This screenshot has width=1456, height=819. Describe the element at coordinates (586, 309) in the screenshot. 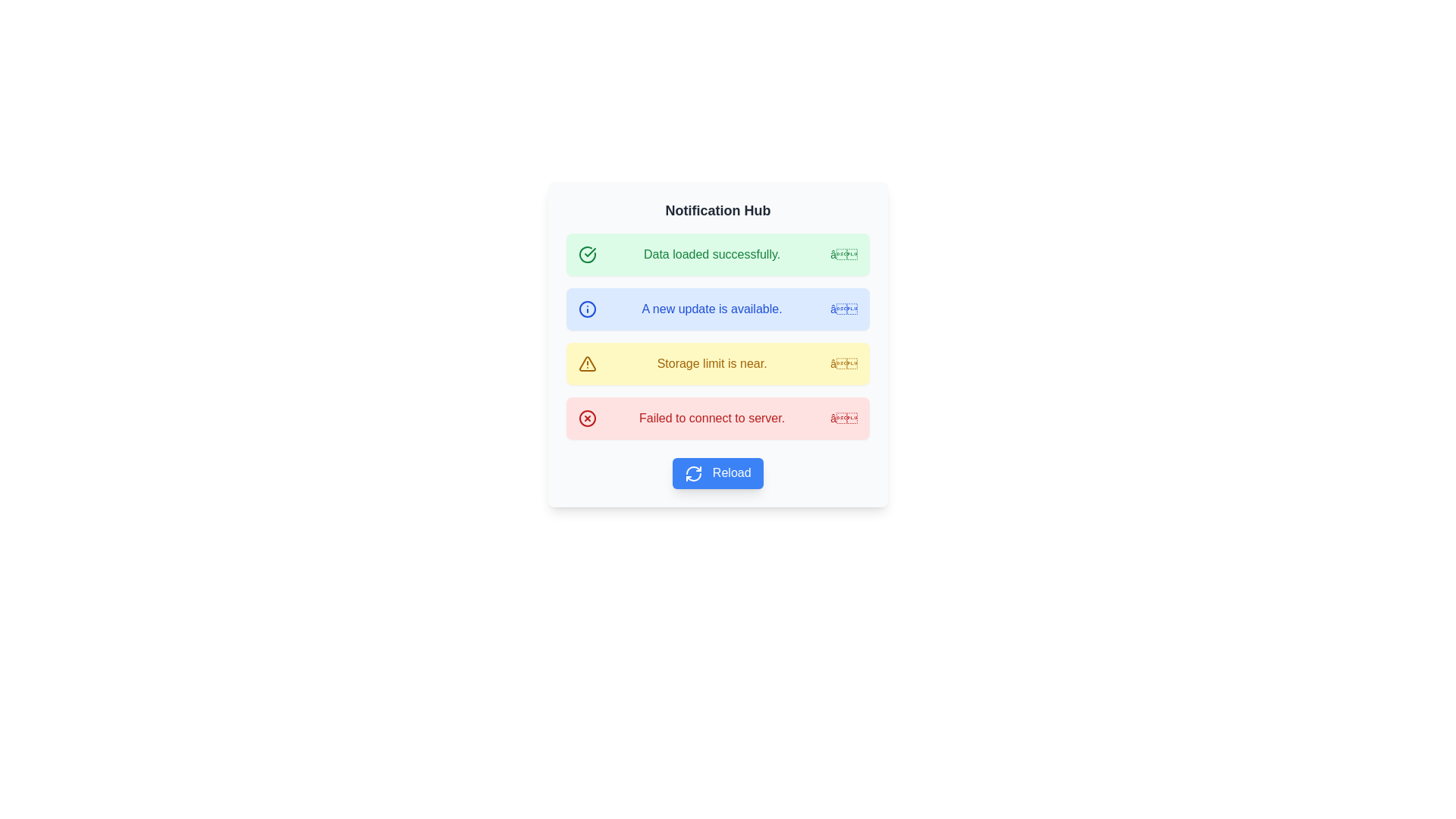

I see `the informational icon located to the left of the text 'A new update is available.' in a notification row with a blue background` at that location.